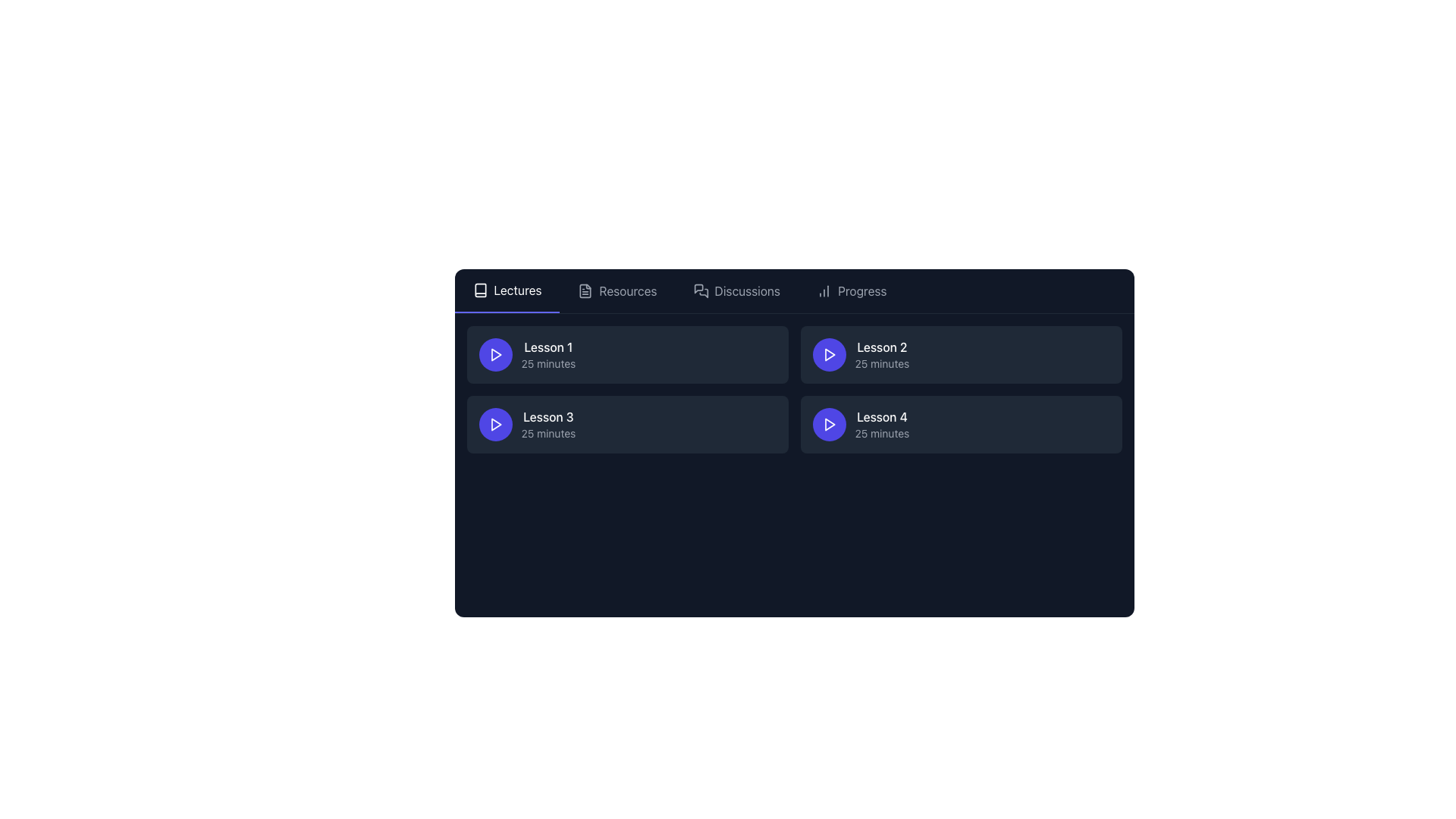  Describe the element at coordinates (960, 354) in the screenshot. I see `the clickable block representing Lesson 2, located in the top-right section of the grid` at that location.